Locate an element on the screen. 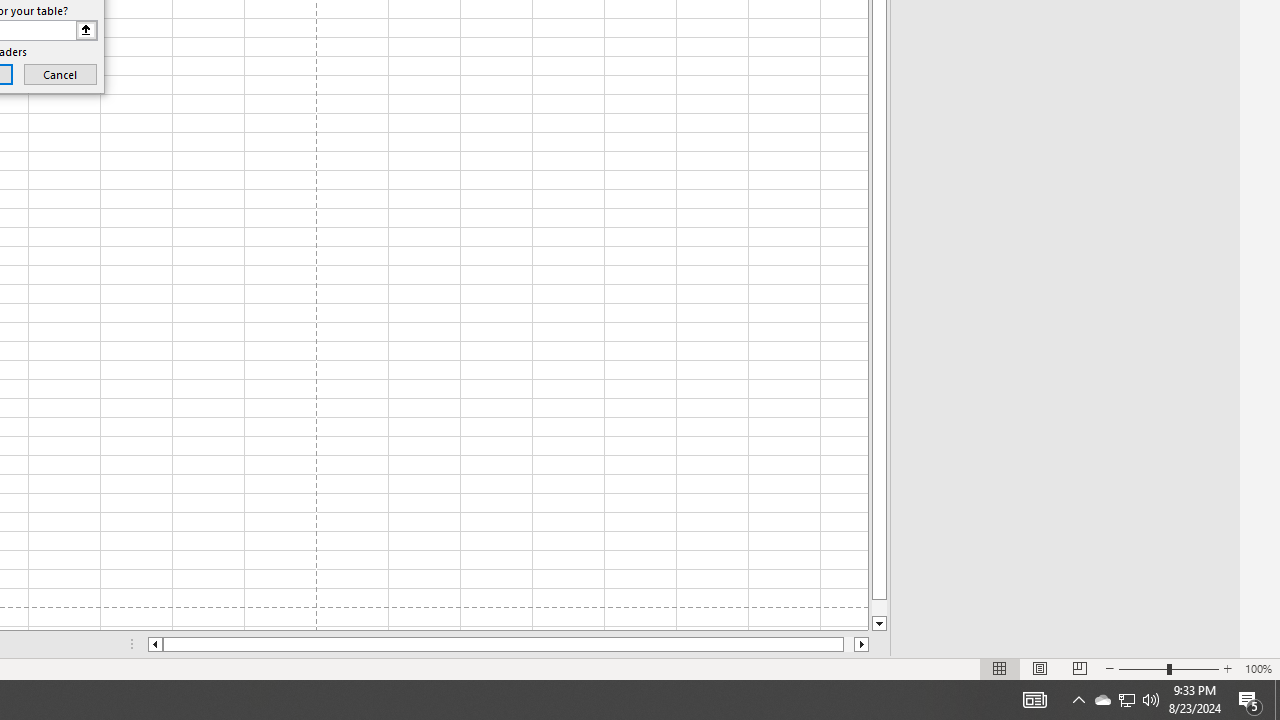 Image resolution: width=1280 pixels, height=720 pixels. 'Column left' is located at coordinates (153, 644).